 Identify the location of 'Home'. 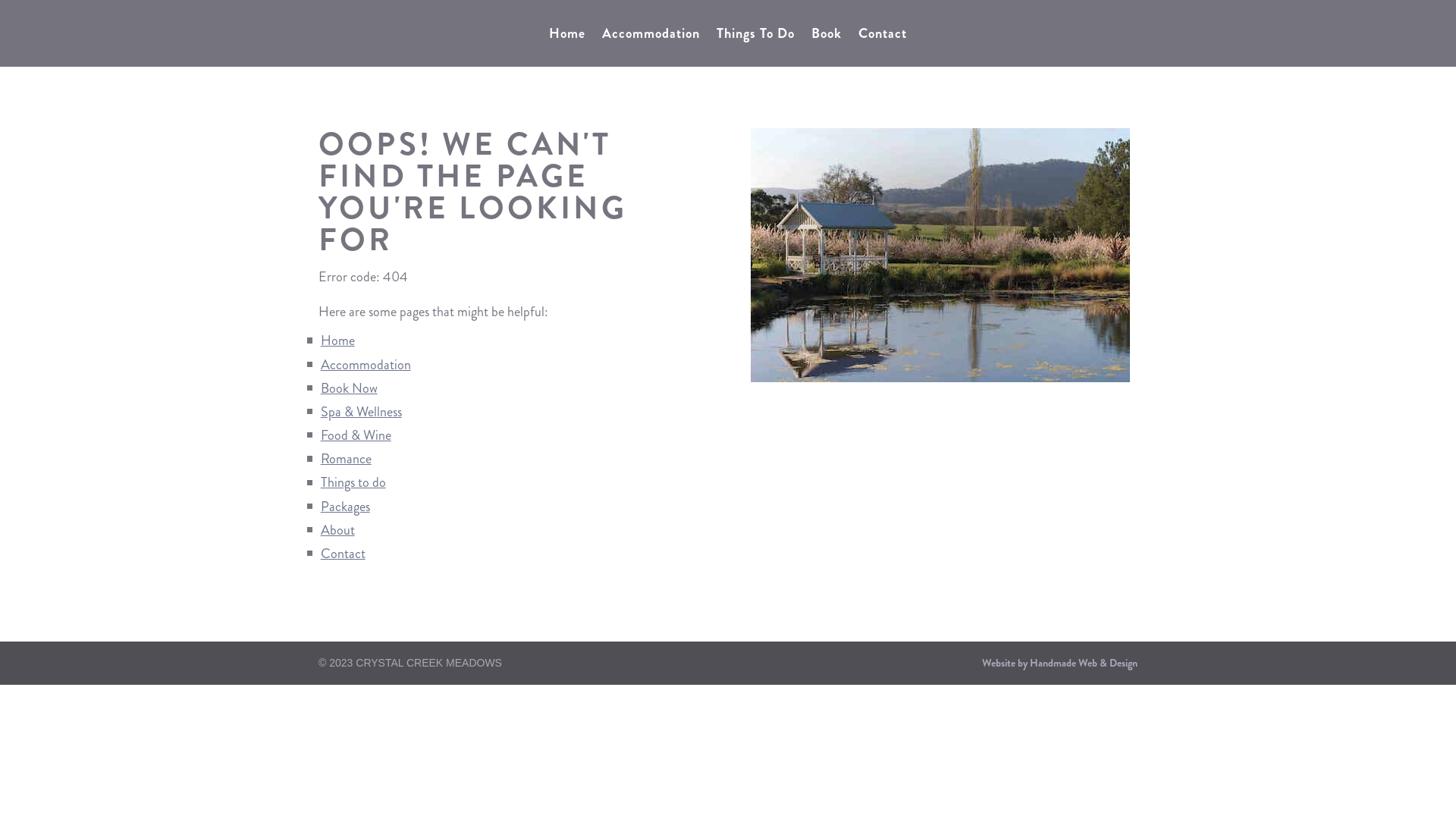
(337, 339).